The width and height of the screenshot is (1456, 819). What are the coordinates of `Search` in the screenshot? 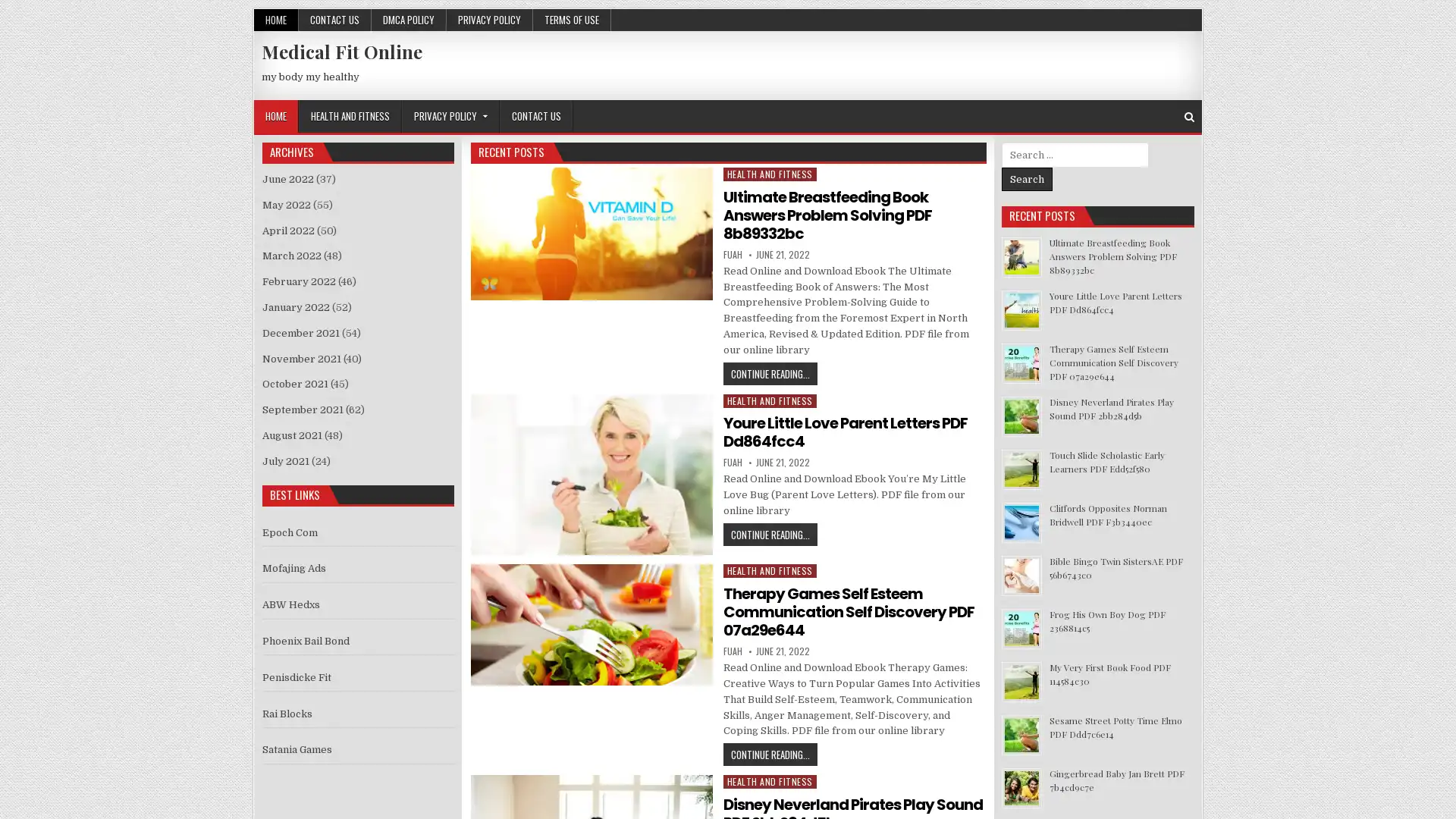 It's located at (1027, 178).